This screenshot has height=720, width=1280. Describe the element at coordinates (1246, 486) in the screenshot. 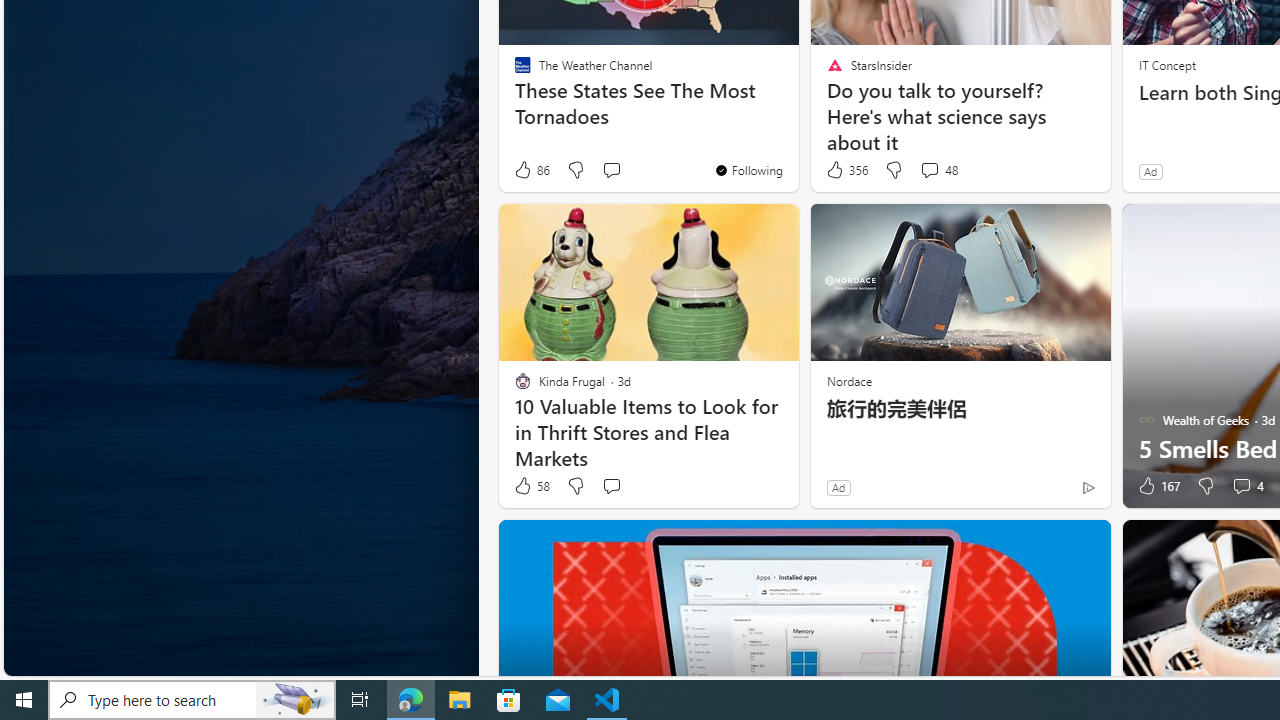

I see `'View comments 4 Comment'` at that location.